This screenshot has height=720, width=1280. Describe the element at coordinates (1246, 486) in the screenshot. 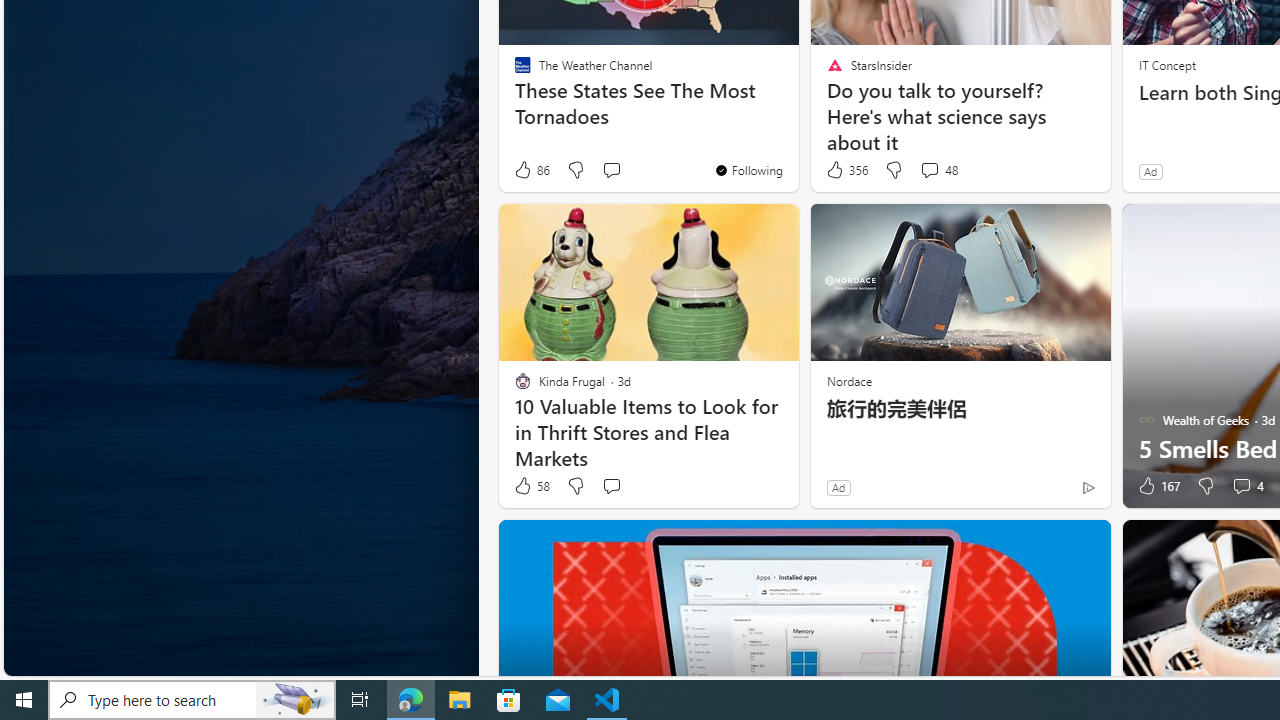

I see `'View comments 4 Comment'` at that location.